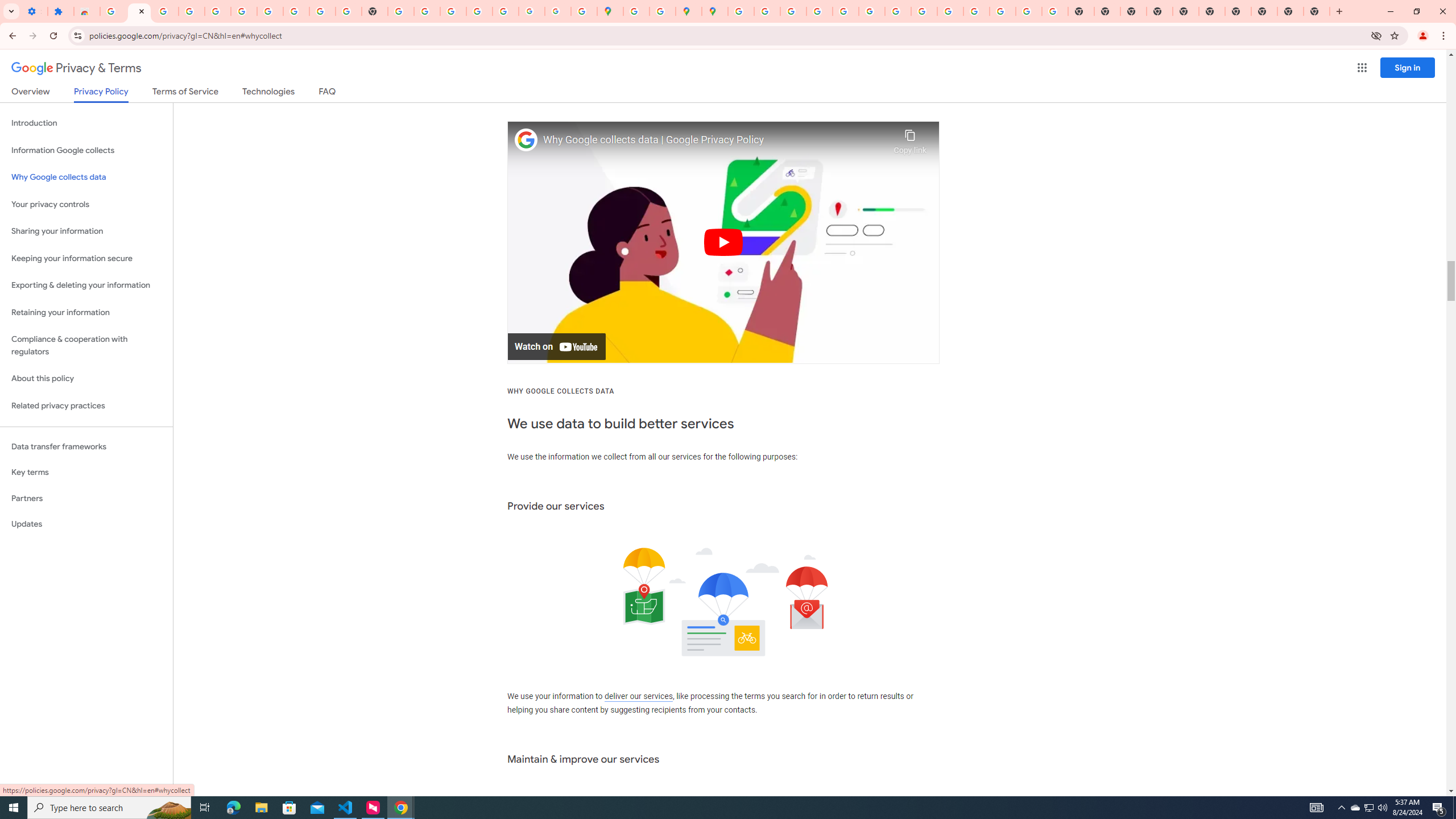  I want to click on 'Data transfer frameworks', so click(86, 446).